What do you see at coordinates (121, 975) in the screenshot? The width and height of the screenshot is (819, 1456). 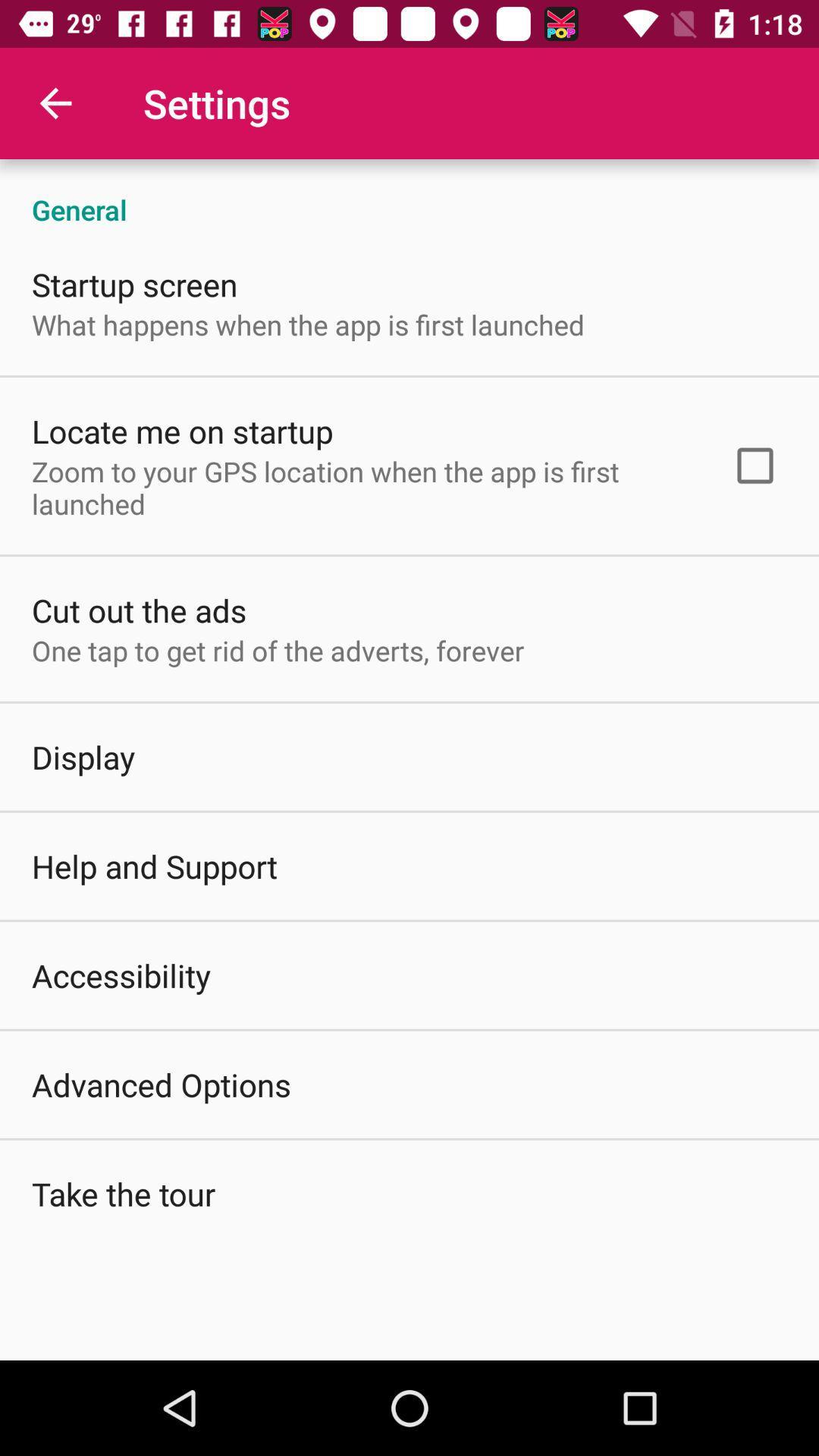 I see `the item below the help and support icon` at bounding box center [121, 975].